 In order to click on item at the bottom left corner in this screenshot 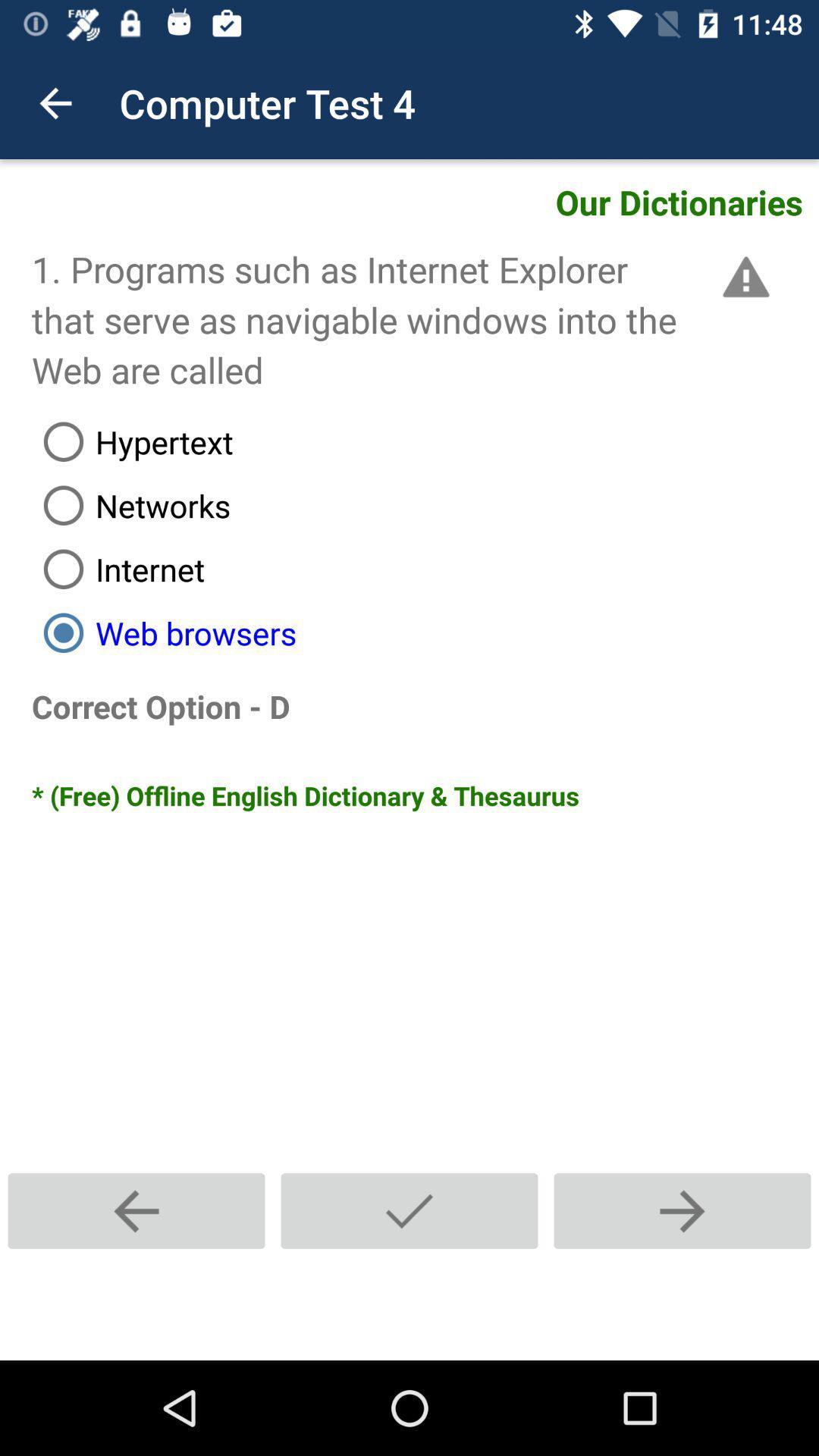, I will do `click(136, 1210)`.